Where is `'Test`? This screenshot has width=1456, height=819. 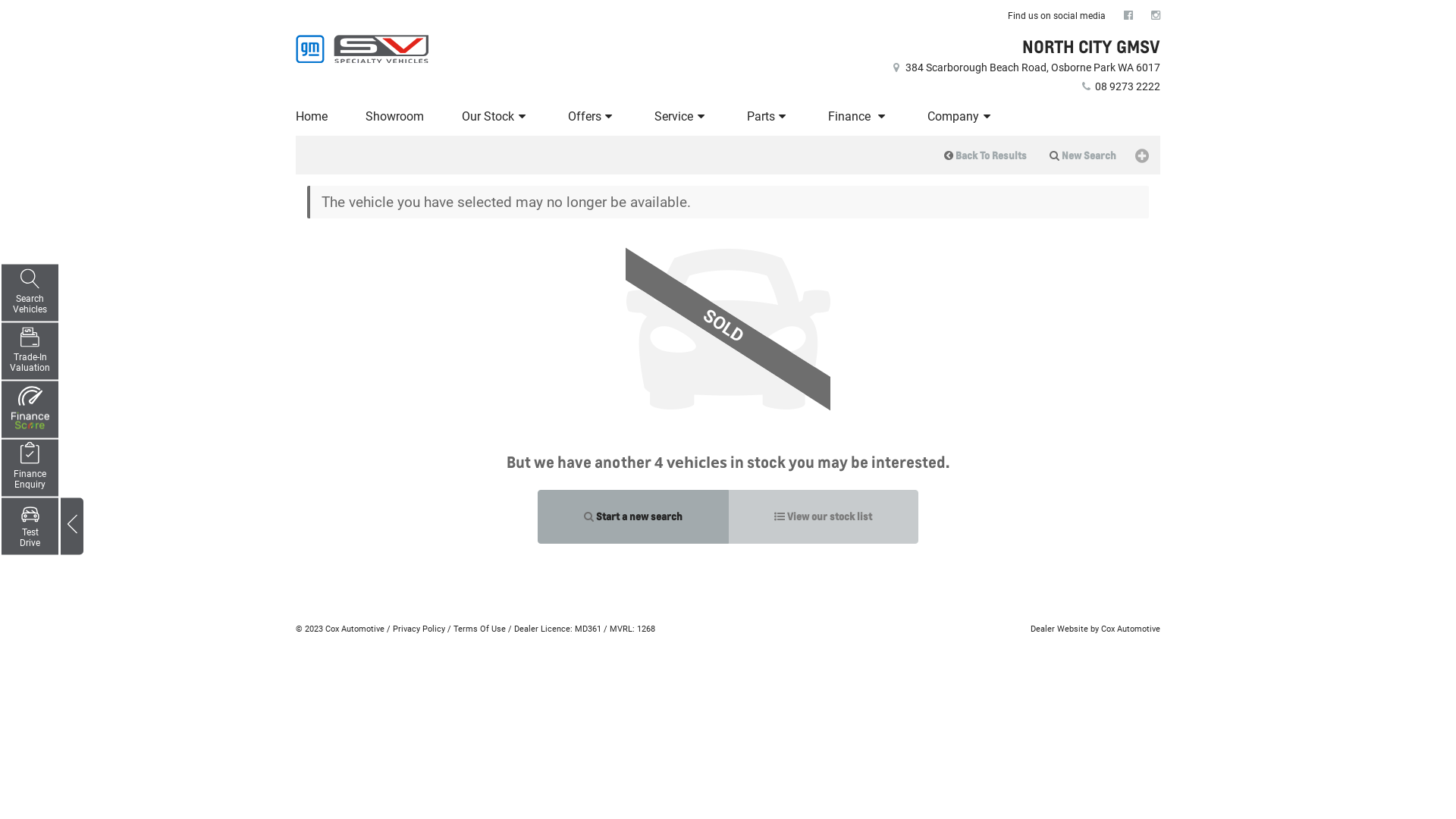
'Test is located at coordinates (30, 525).